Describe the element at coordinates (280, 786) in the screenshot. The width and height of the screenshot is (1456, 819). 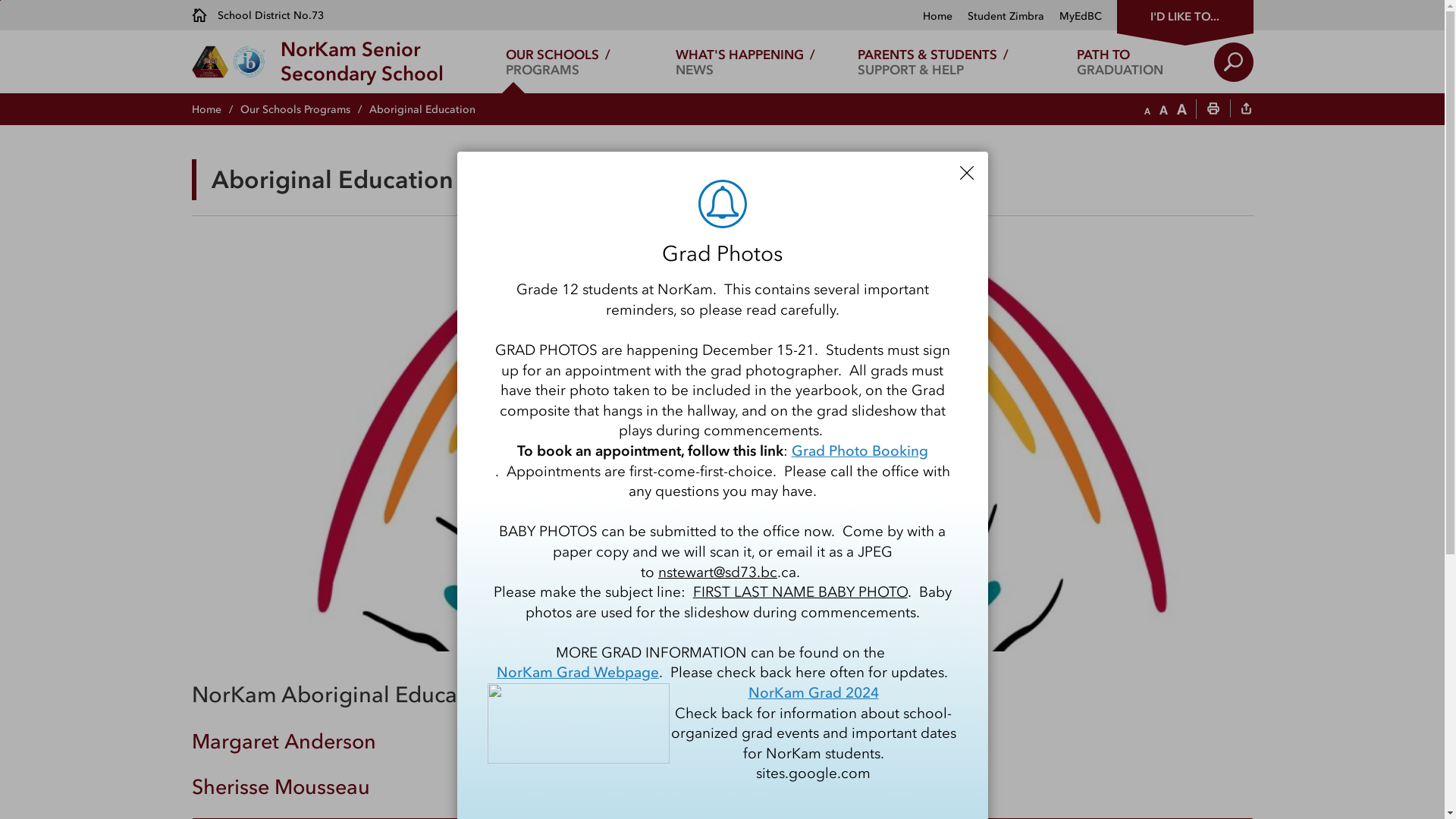
I see `'Sherisse Mousseau'` at that location.